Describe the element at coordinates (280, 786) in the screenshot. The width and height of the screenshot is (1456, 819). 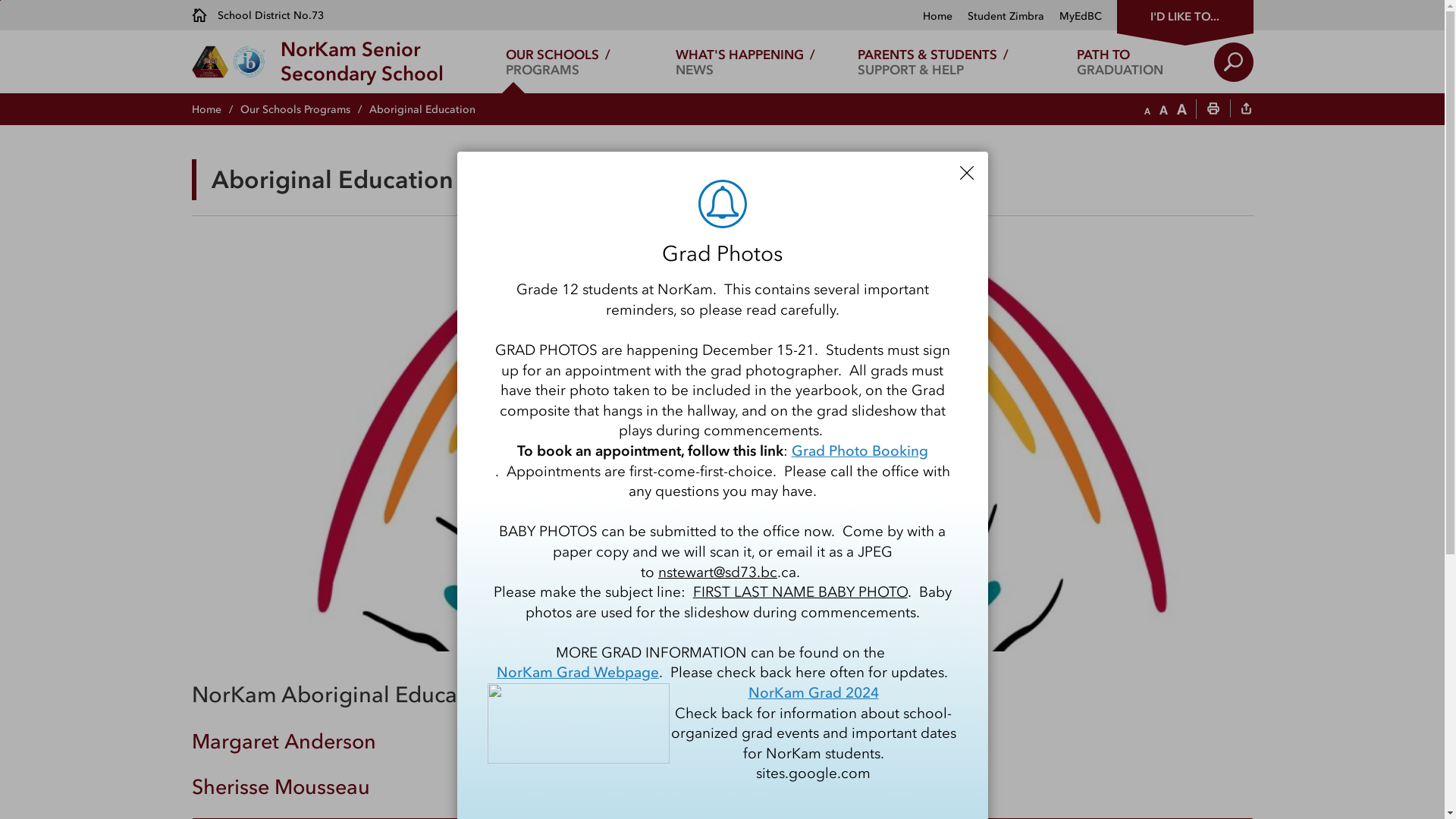
I see `'Sherisse Mousseau'` at that location.